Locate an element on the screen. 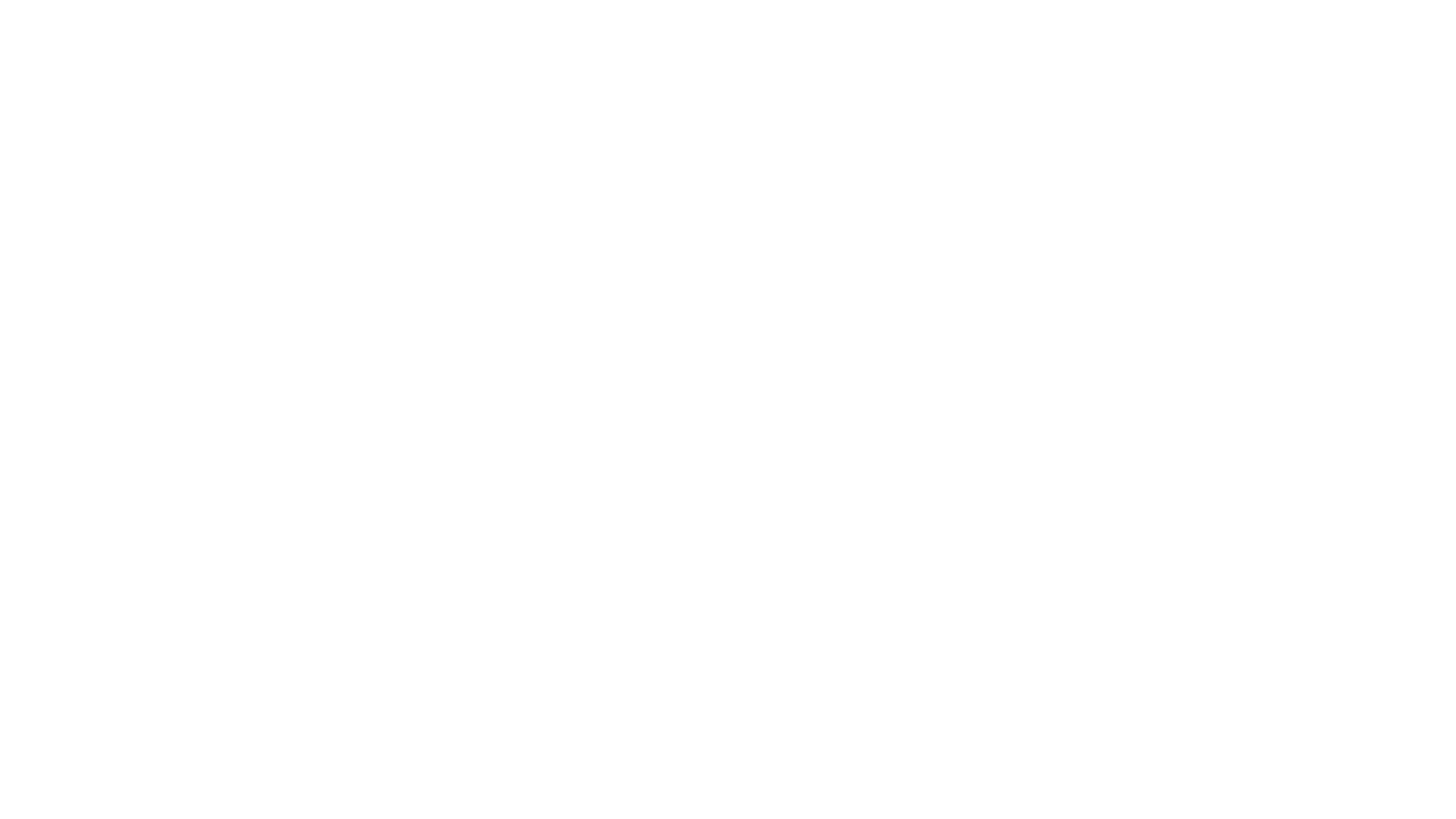 Image resolution: width=1456 pixels, height=819 pixels. Population Biology is located at coordinates (968, 513).